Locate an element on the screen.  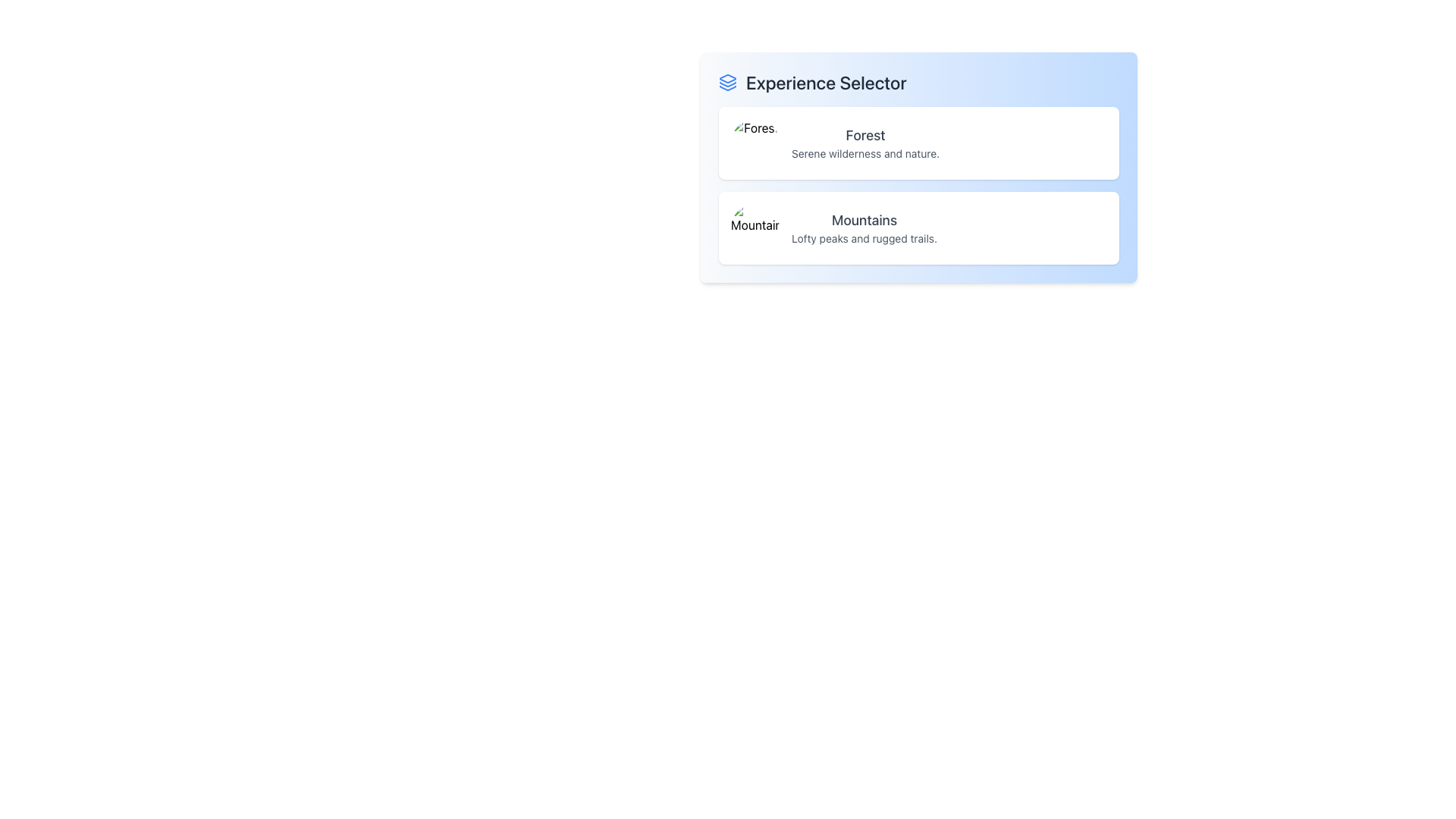
textual description stating "Serene wilderness and nature." located beneath the heading "Forest" in the first rectangular card of the Experience Selector interface is located at coordinates (865, 154).